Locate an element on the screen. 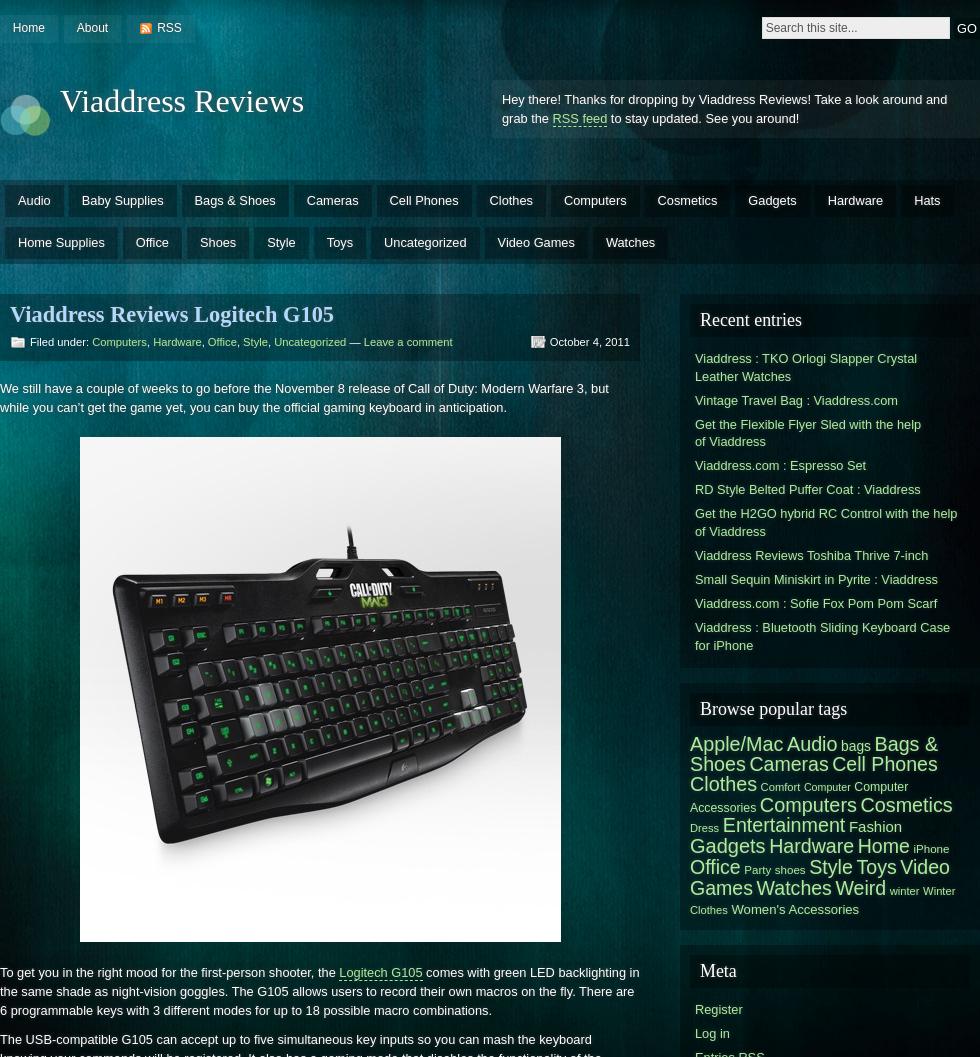  'Clothes' is located at coordinates (723, 783).